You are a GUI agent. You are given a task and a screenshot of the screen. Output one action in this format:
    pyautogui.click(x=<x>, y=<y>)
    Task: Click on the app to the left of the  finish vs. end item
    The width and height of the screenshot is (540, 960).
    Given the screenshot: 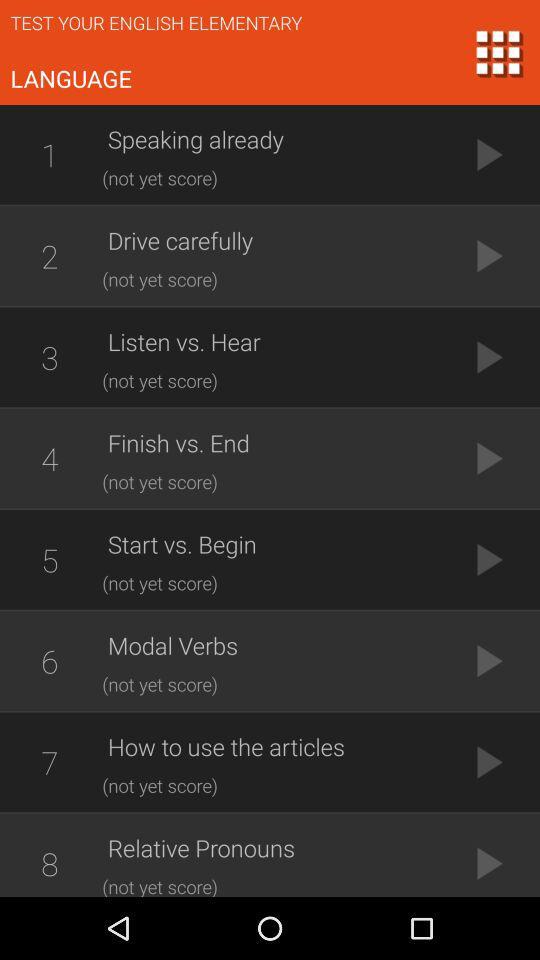 What is the action you would take?
    pyautogui.click(x=49, y=458)
    